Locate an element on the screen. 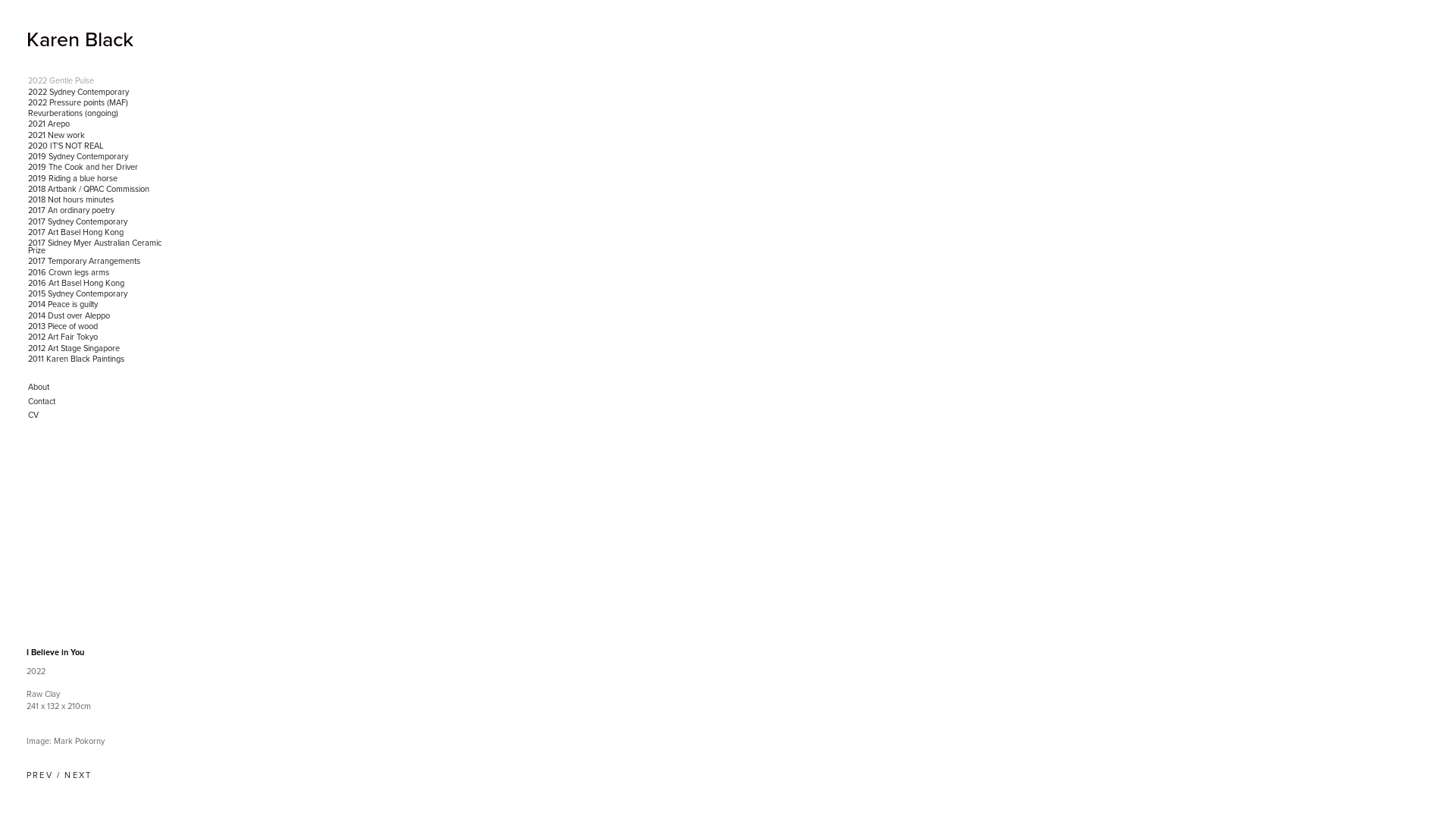  '2018 Not hours minutes' is located at coordinates (97, 199).